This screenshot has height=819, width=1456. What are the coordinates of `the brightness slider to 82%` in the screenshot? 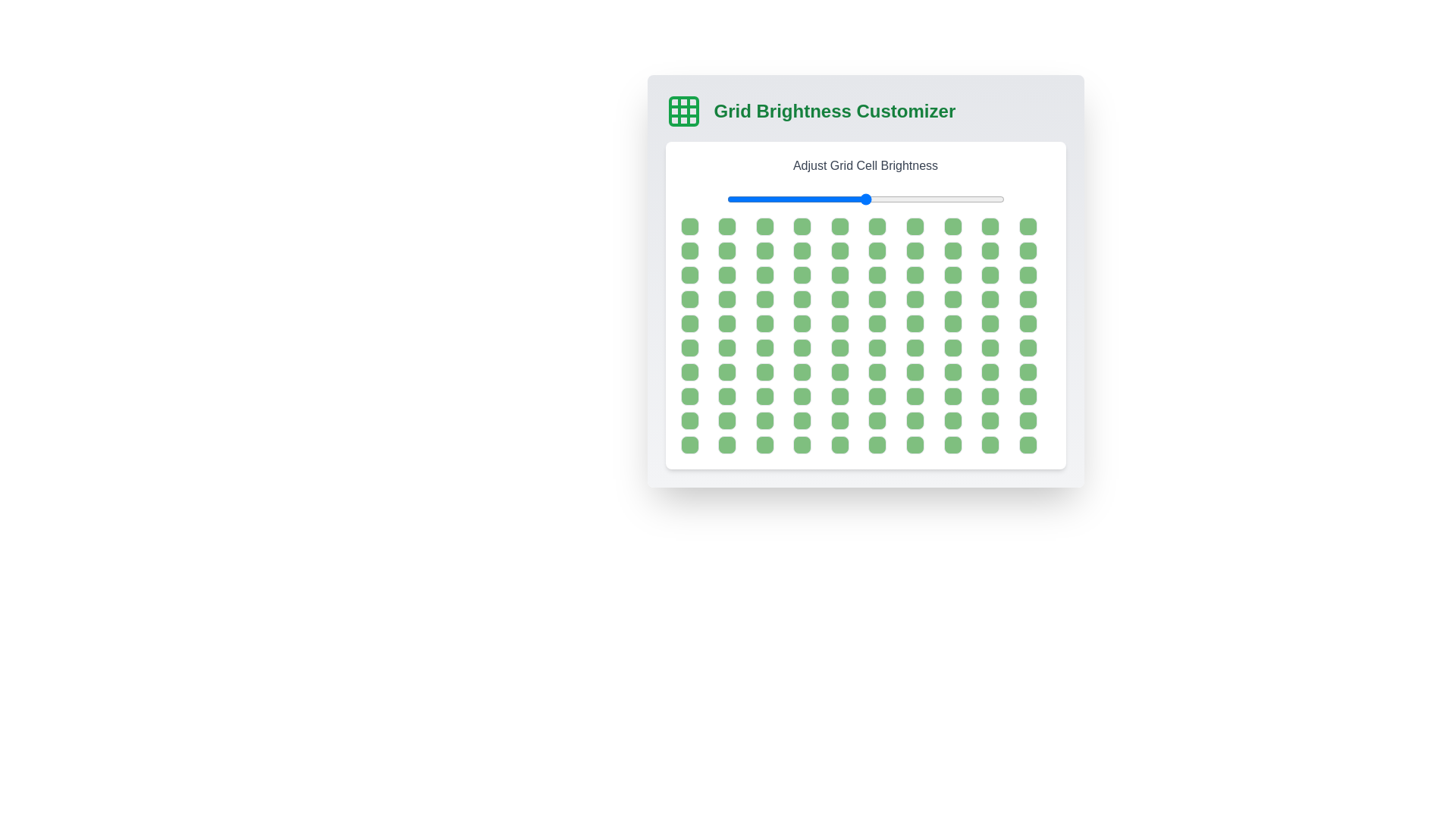 It's located at (953, 198).